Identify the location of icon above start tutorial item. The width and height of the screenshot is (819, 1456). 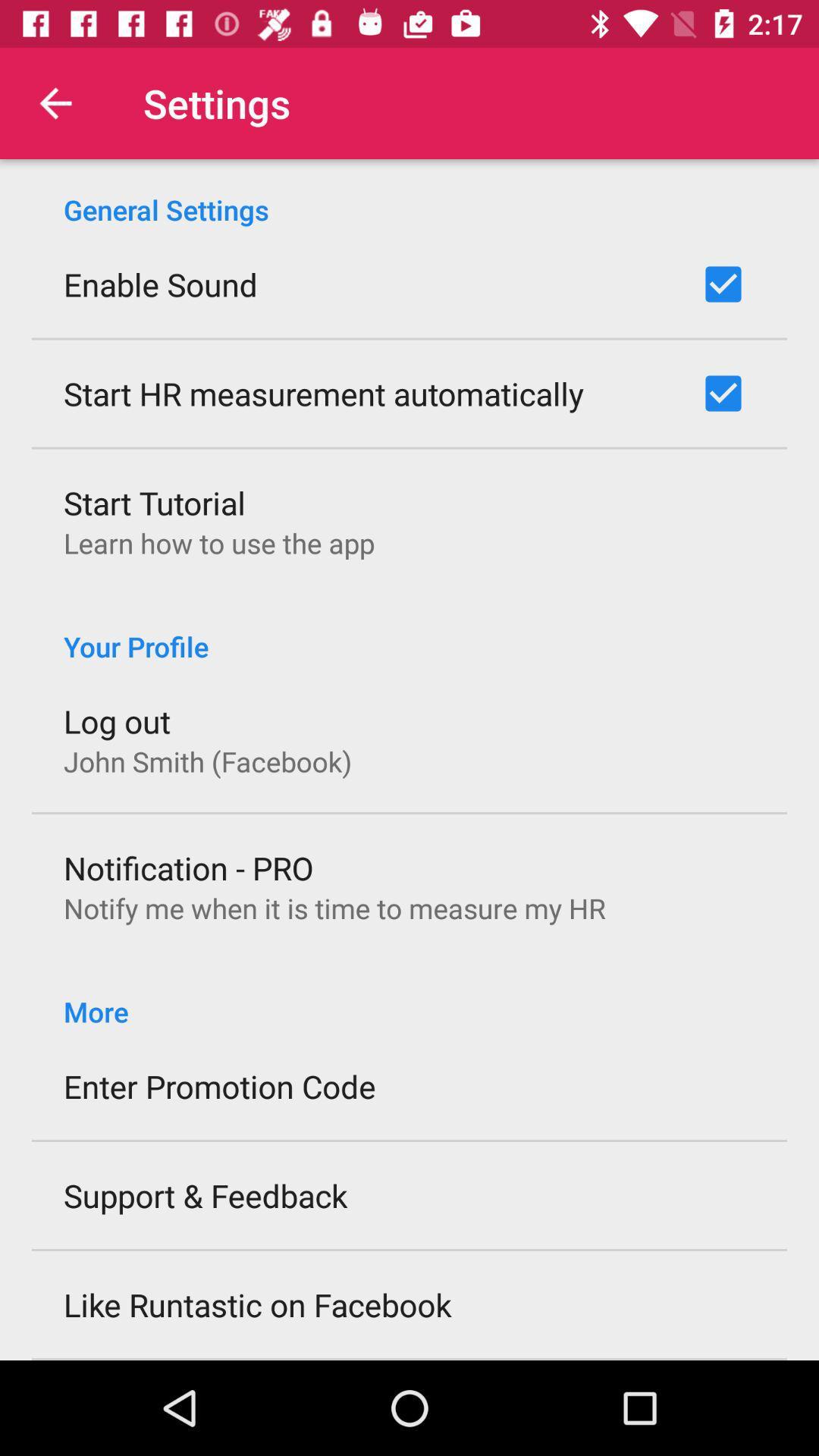
(323, 393).